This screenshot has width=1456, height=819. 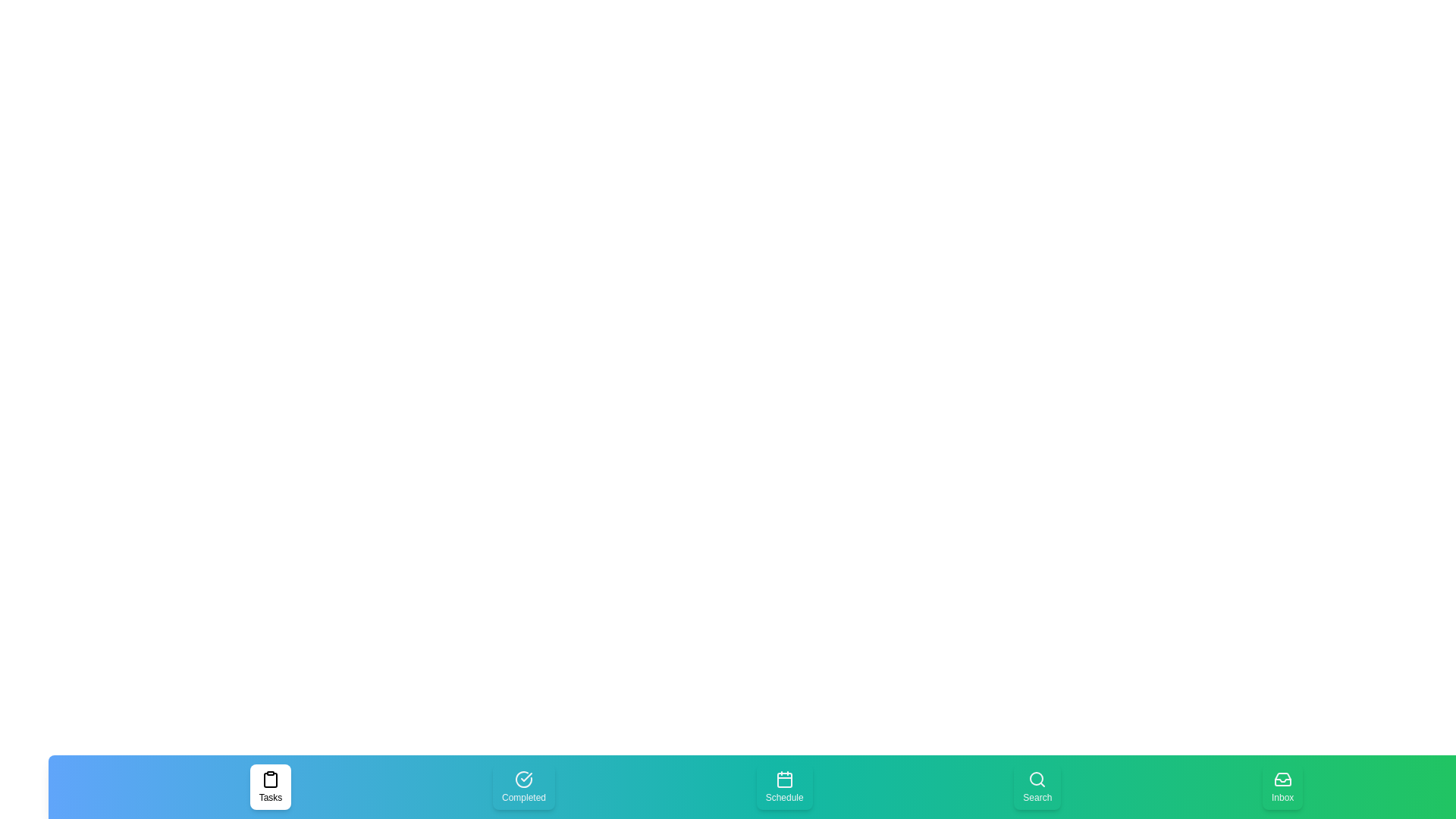 What do you see at coordinates (1282, 786) in the screenshot?
I see `the Inbox tab to select it` at bounding box center [1282, 786].